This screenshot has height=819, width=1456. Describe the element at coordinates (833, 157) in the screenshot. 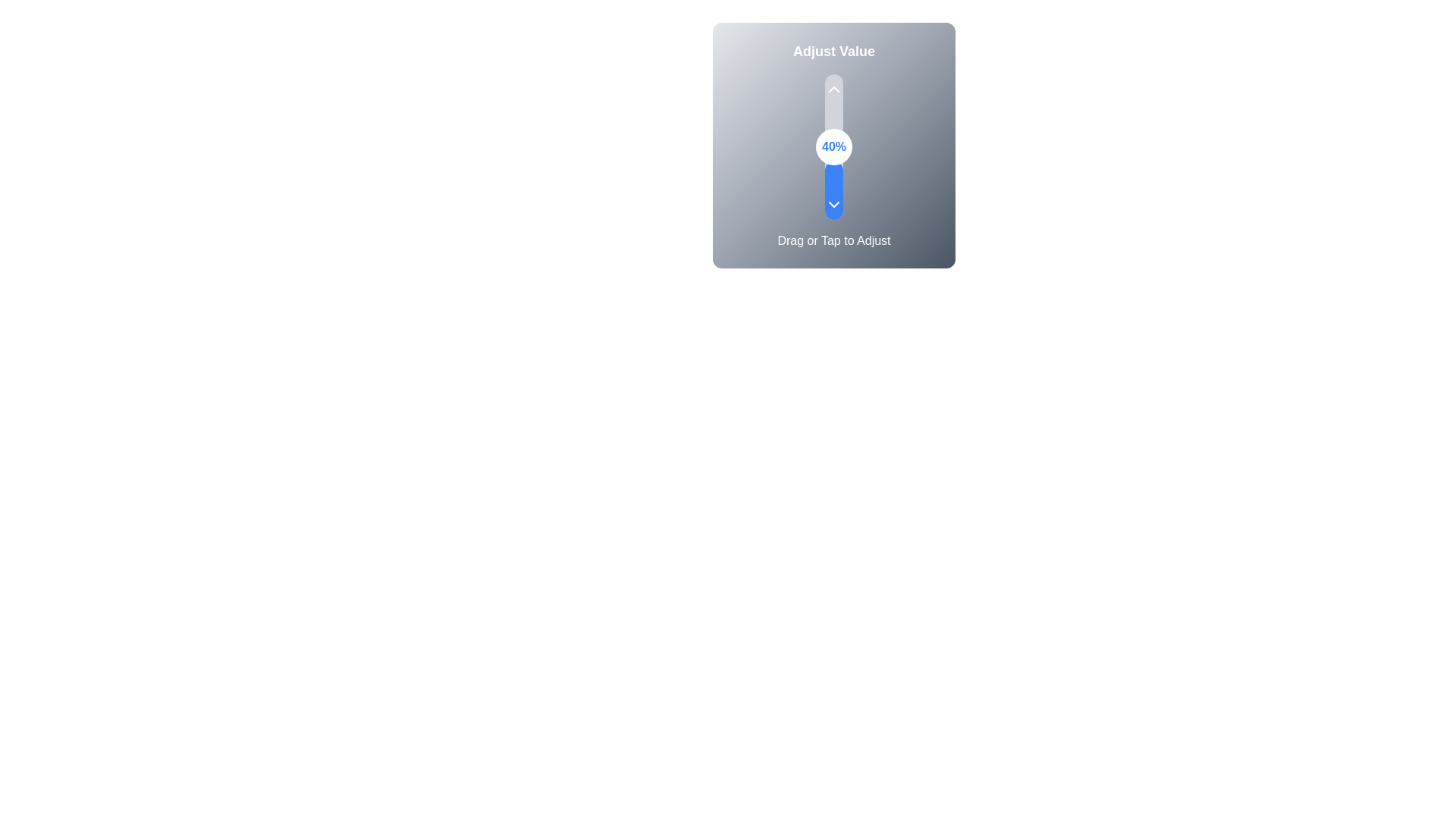

I see `the slider value` at that location.